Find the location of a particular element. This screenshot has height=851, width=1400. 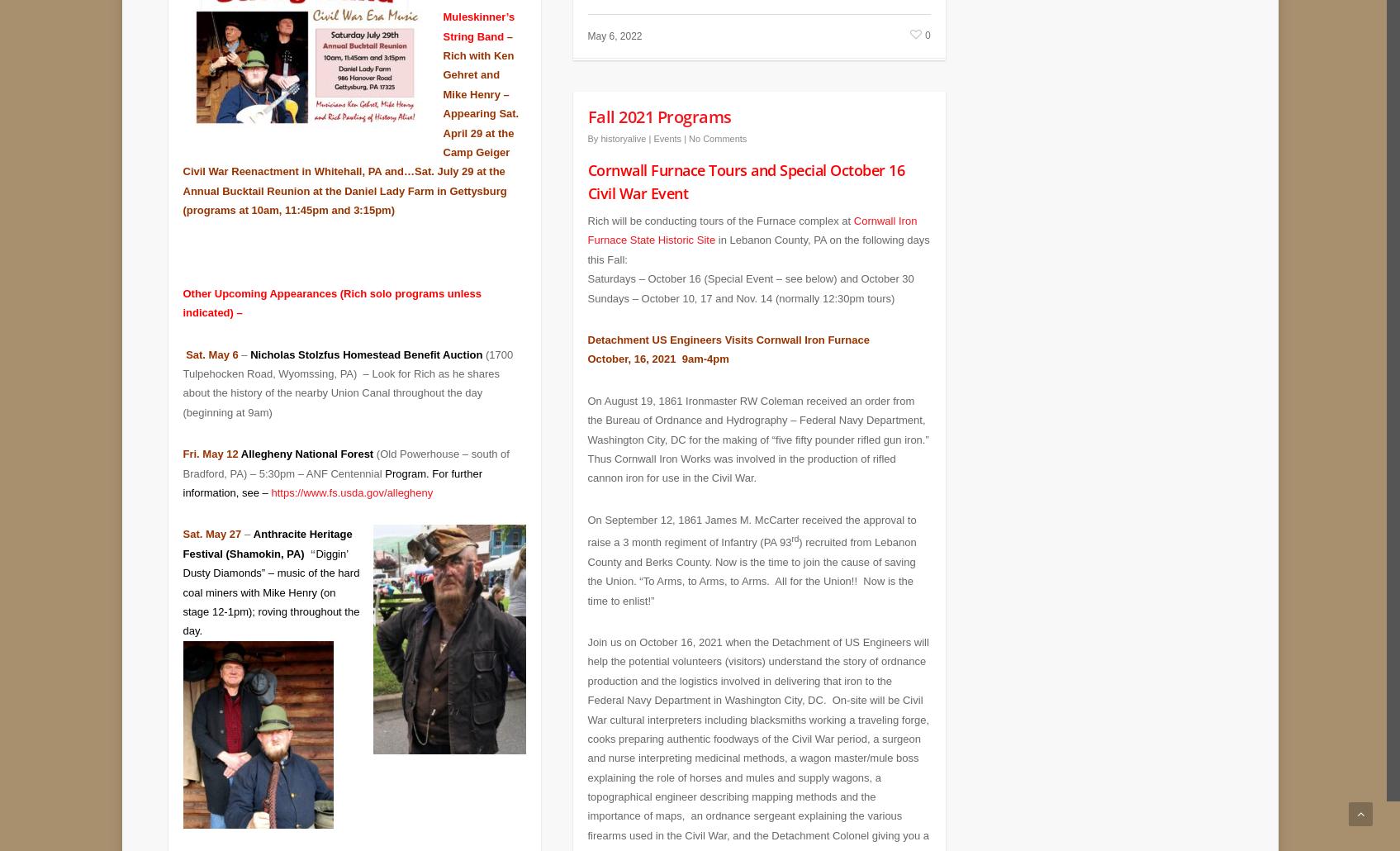

'By' is located at coordinates (592, 125).